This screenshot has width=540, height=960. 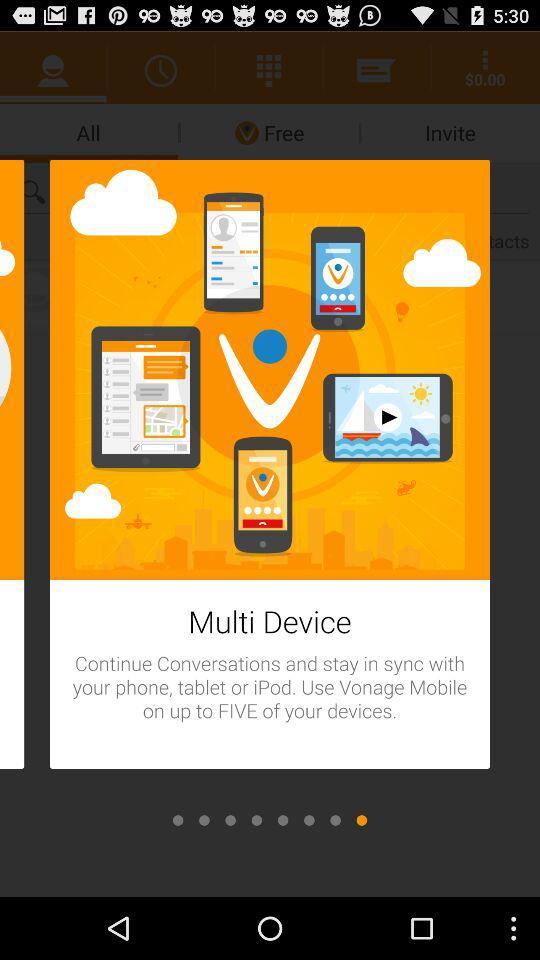 What do you see at coordinates (178, 820) in the screenshot?
I see `swipe image` at bounding box center [178, 820].